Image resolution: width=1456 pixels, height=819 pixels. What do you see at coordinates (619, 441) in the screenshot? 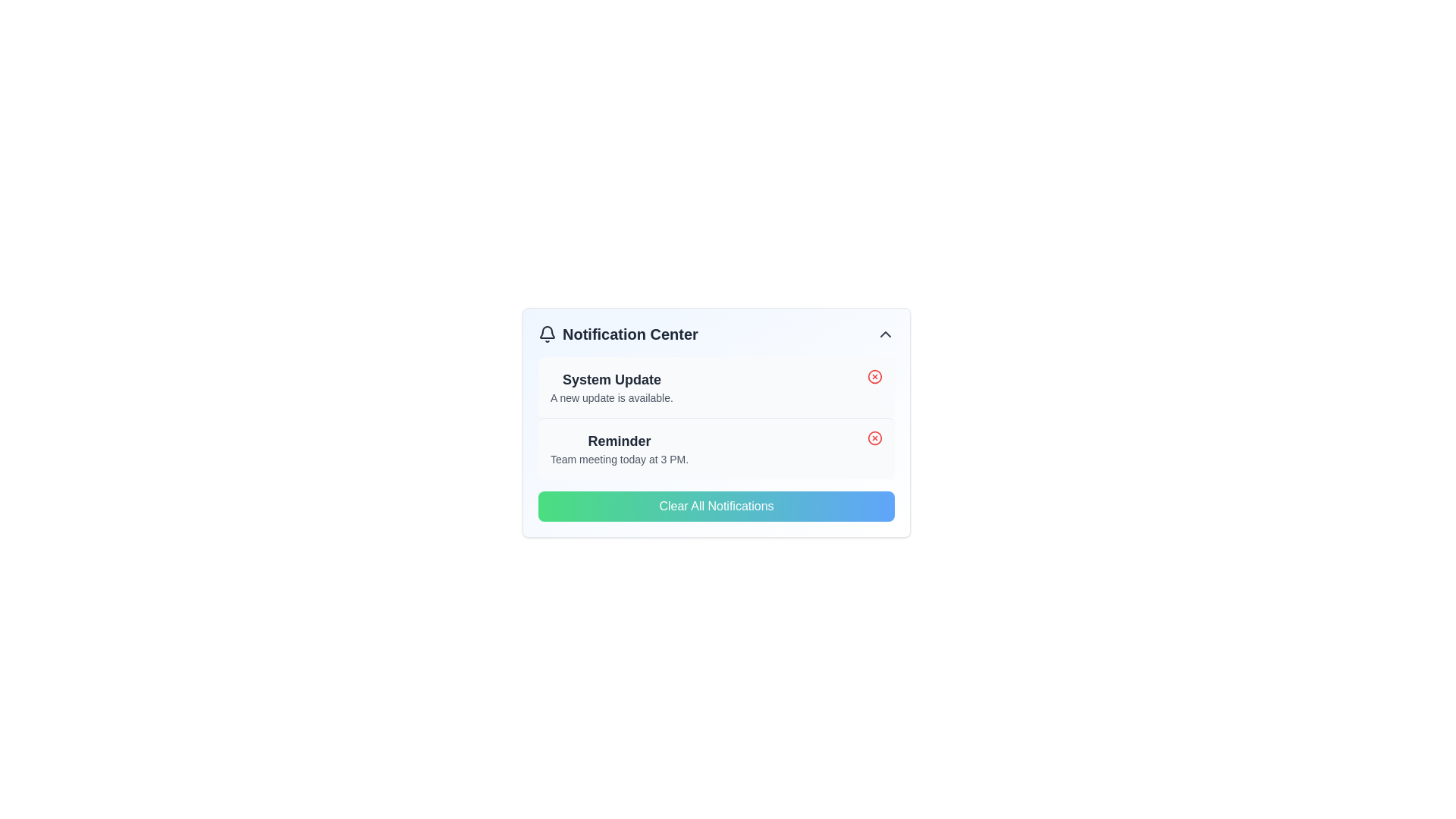
I see `the 'Reminder' text label, which is bold, large, and styled in gray, located at the top of a notification section in the notification center interface` at bounding box center [619, 441].